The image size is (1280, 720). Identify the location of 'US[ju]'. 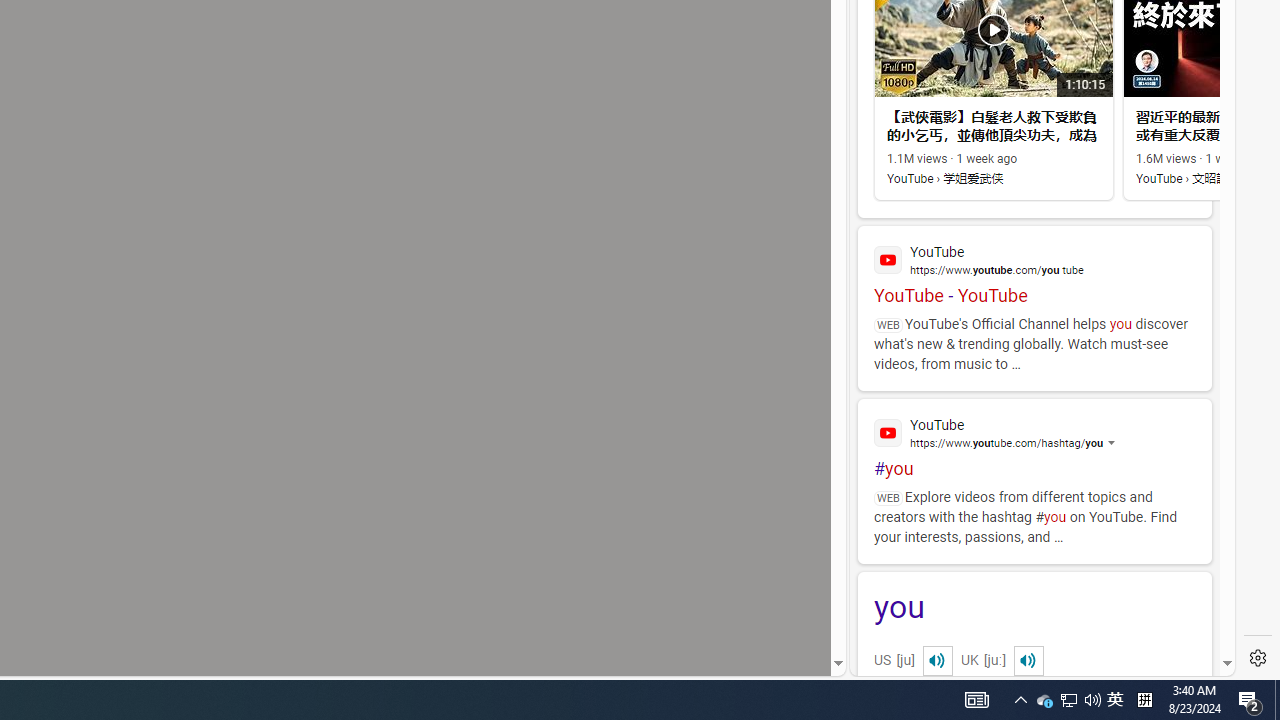
(916, 660).